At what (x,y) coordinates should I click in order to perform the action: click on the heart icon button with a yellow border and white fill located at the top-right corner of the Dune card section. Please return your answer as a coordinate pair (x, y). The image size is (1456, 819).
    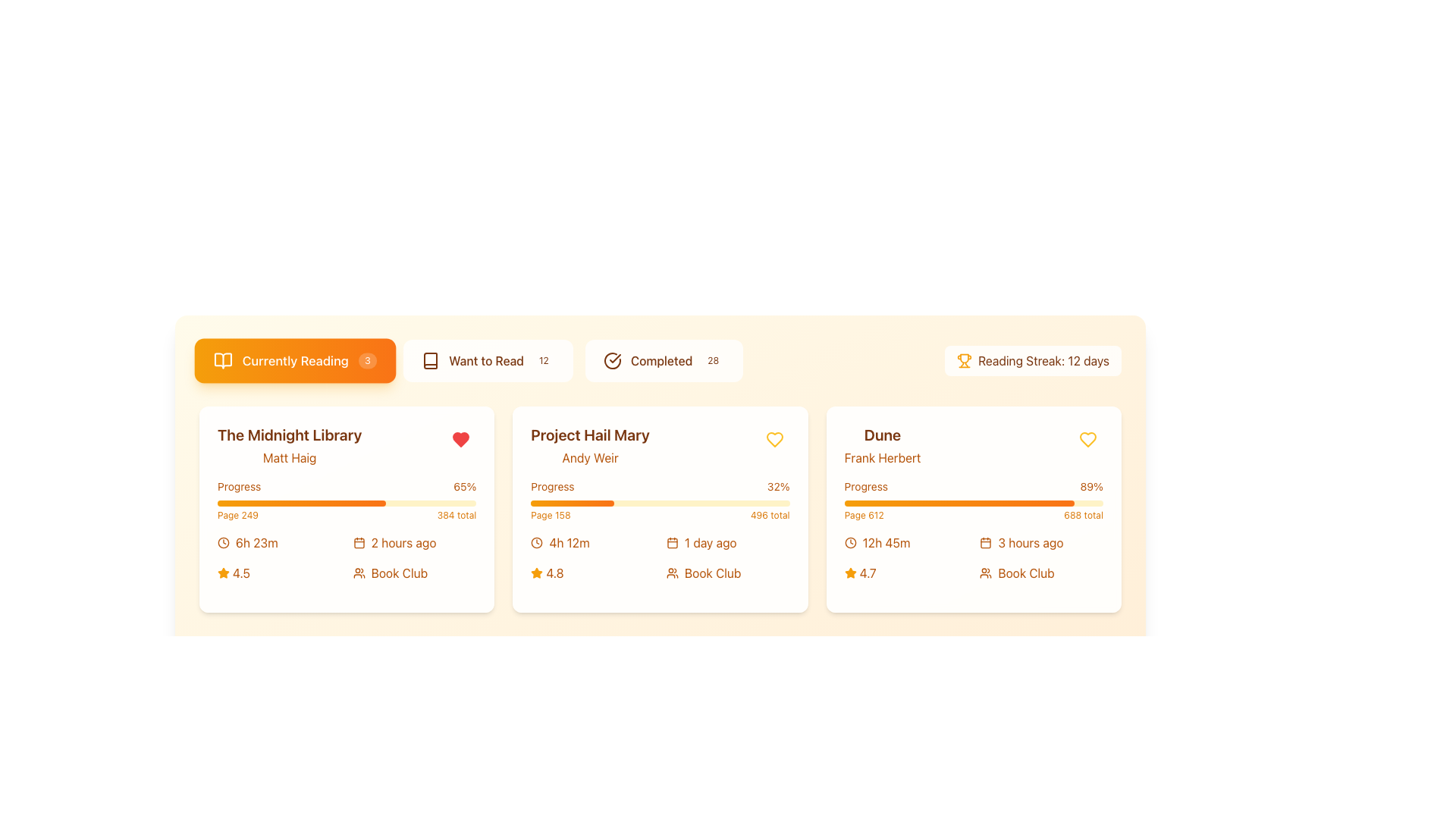
    Looking at the image, I should click on (1087, 439).